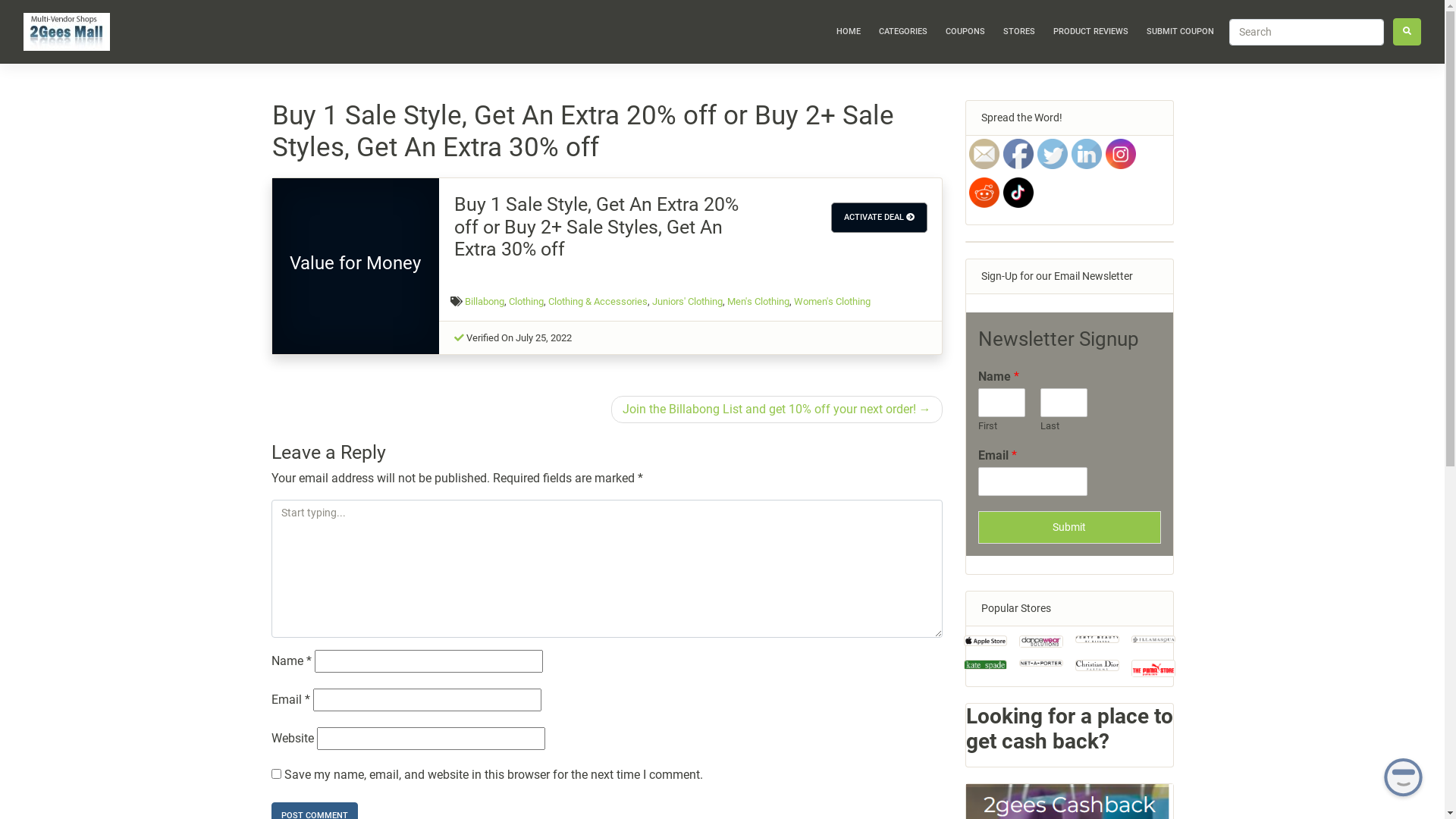  What do you see at coordinates (1068, 526) in the screenshot?
I see `'Submit'` at bounding box center [1068, 526].